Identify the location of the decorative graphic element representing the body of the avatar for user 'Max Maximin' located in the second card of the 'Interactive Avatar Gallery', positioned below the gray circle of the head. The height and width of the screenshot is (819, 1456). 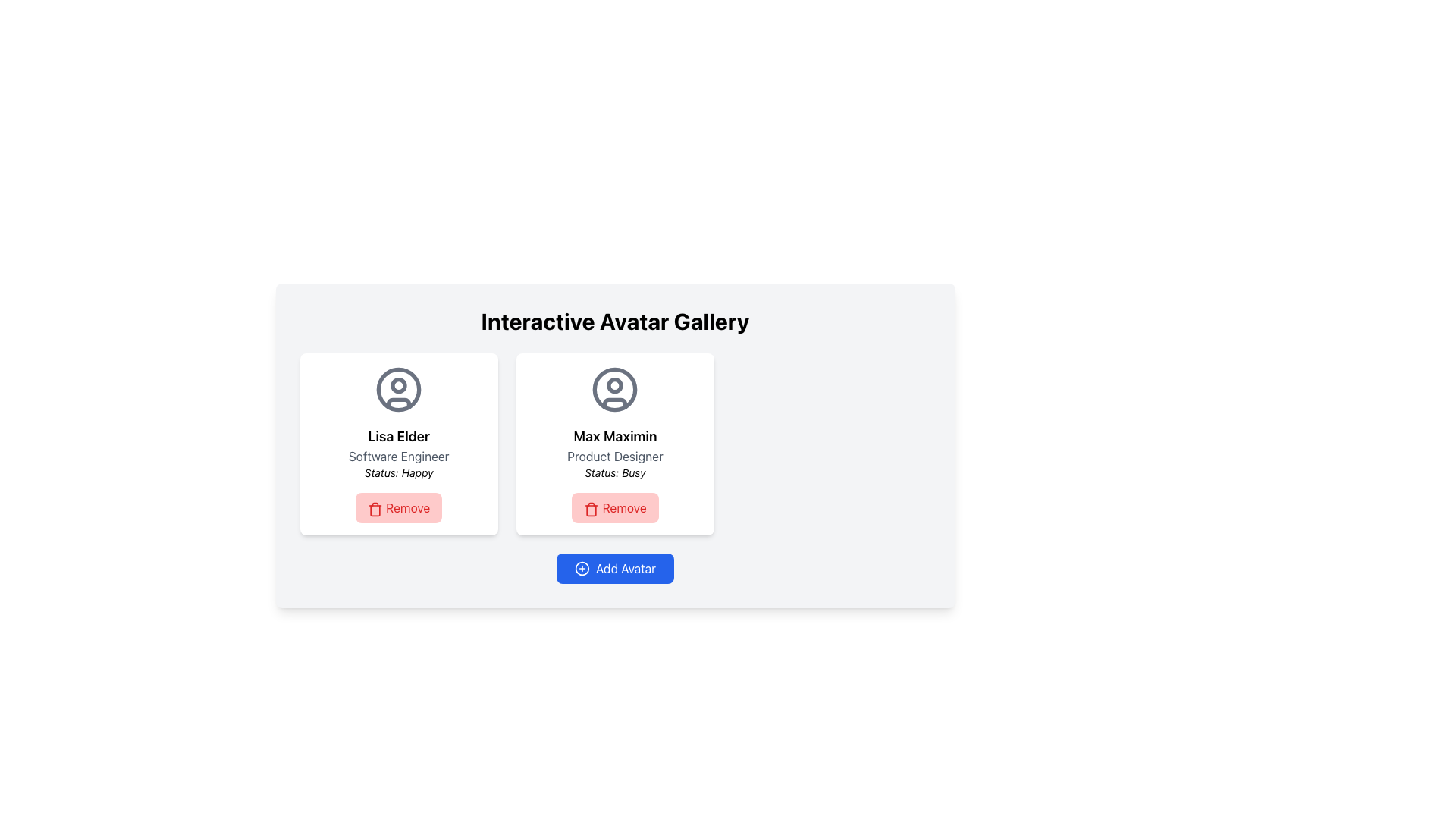
(615, 403).